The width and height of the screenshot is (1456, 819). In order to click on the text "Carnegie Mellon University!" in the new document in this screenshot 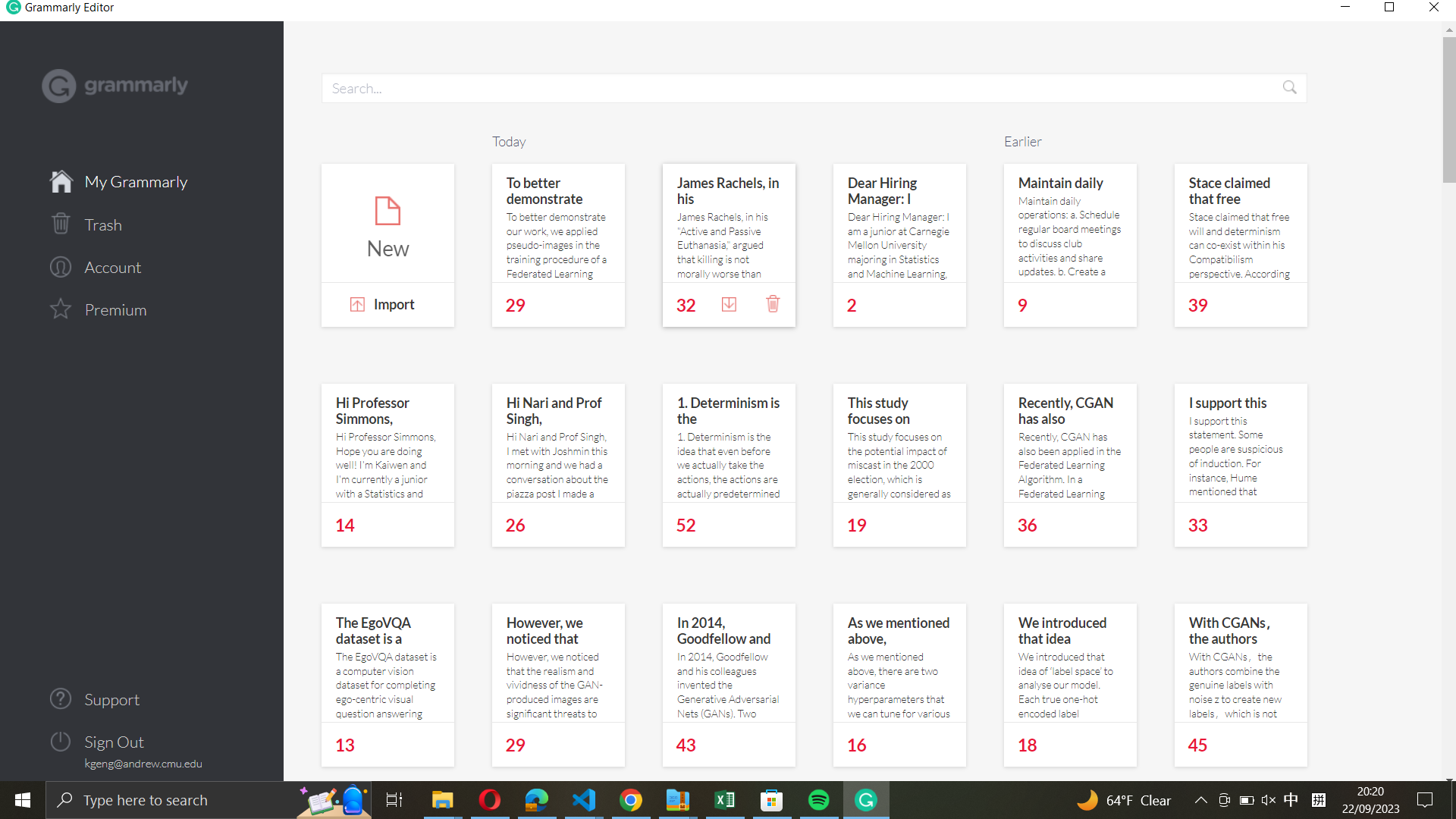, I will do `click(388, 224)`.